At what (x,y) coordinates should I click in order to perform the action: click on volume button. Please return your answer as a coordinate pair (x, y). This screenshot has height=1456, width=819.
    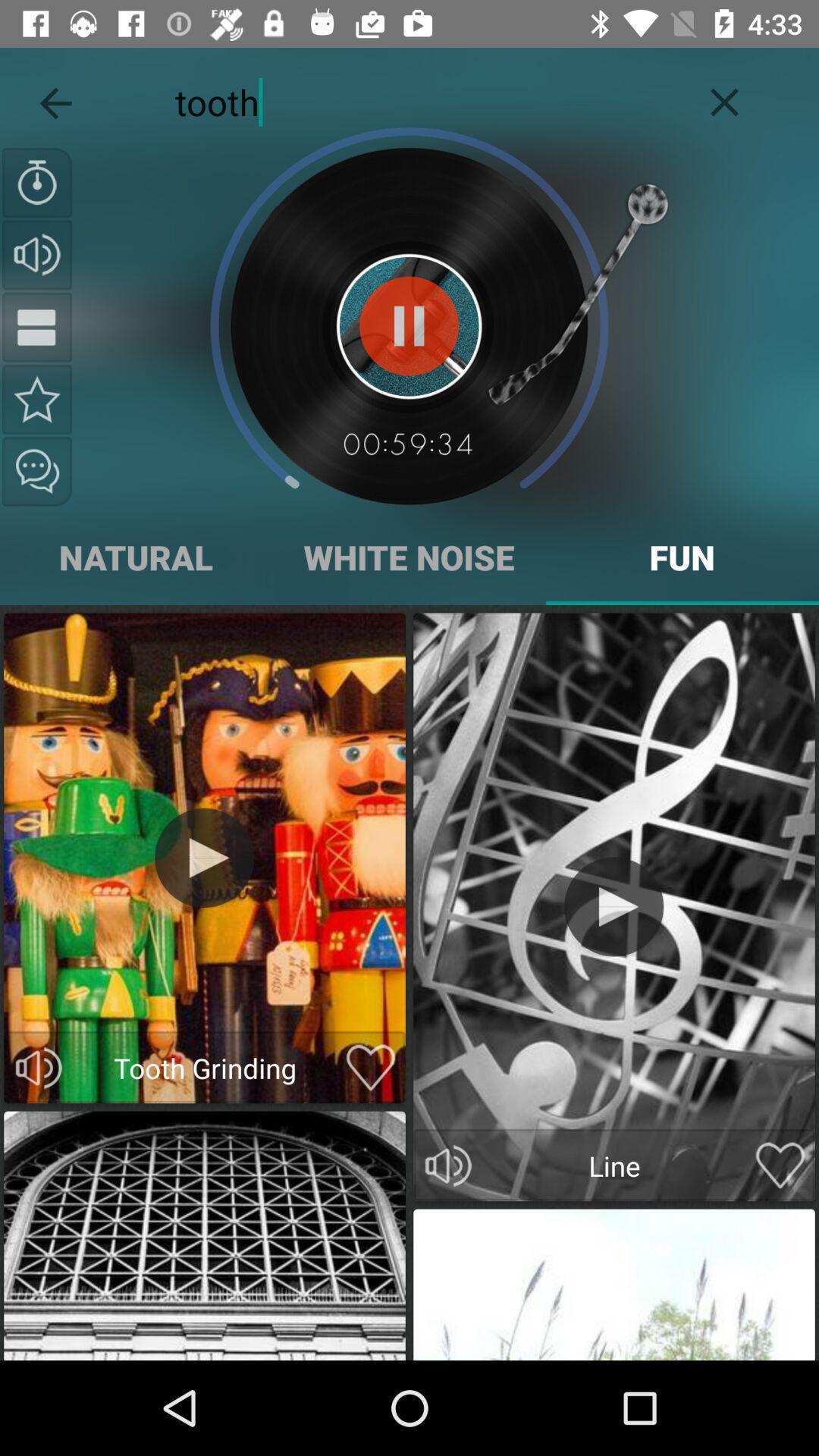
    Looking at the image, I should click on (36, 255).